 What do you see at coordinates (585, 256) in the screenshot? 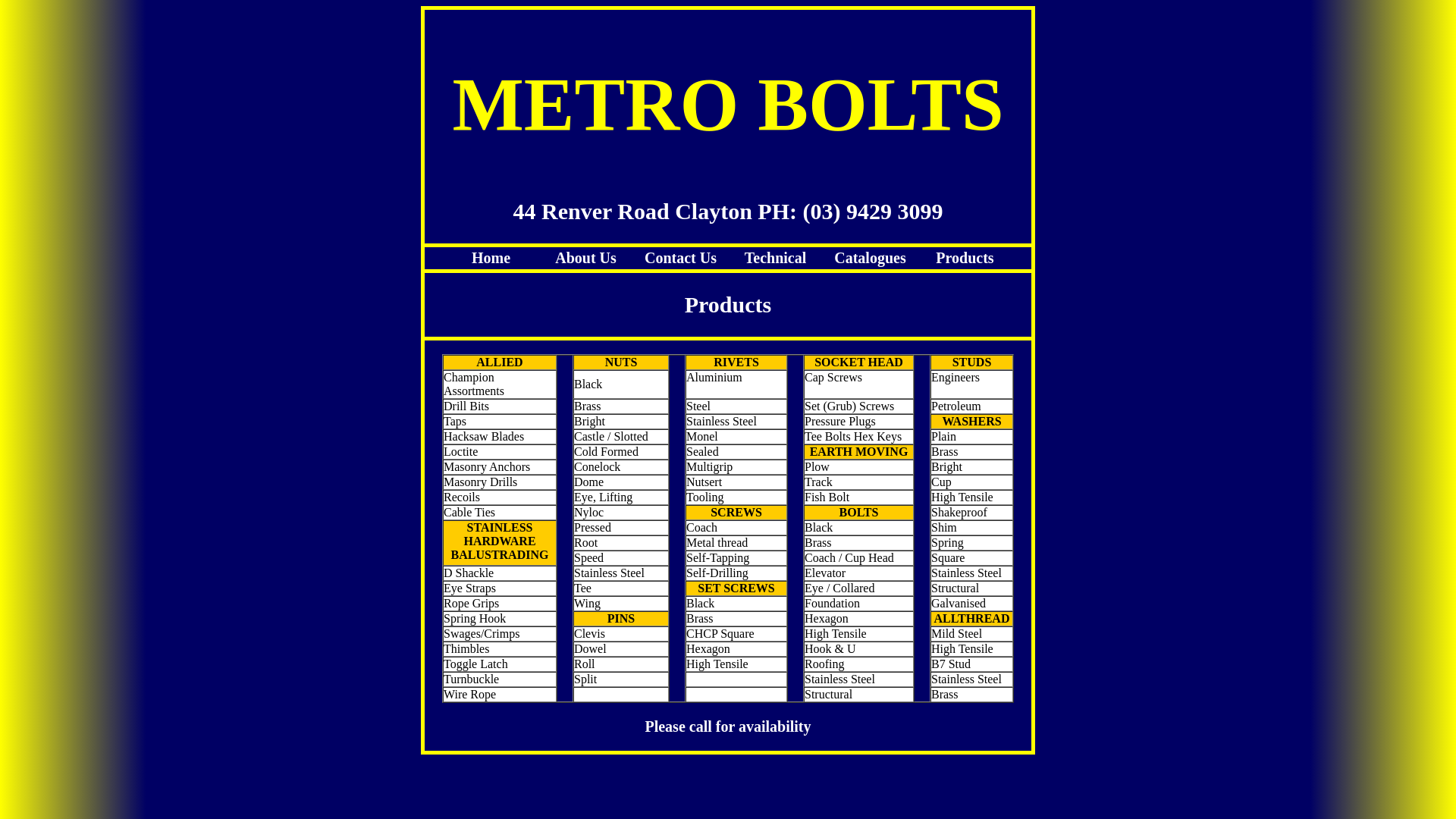
I see `'About Us'` at bounding box center [585, 256].